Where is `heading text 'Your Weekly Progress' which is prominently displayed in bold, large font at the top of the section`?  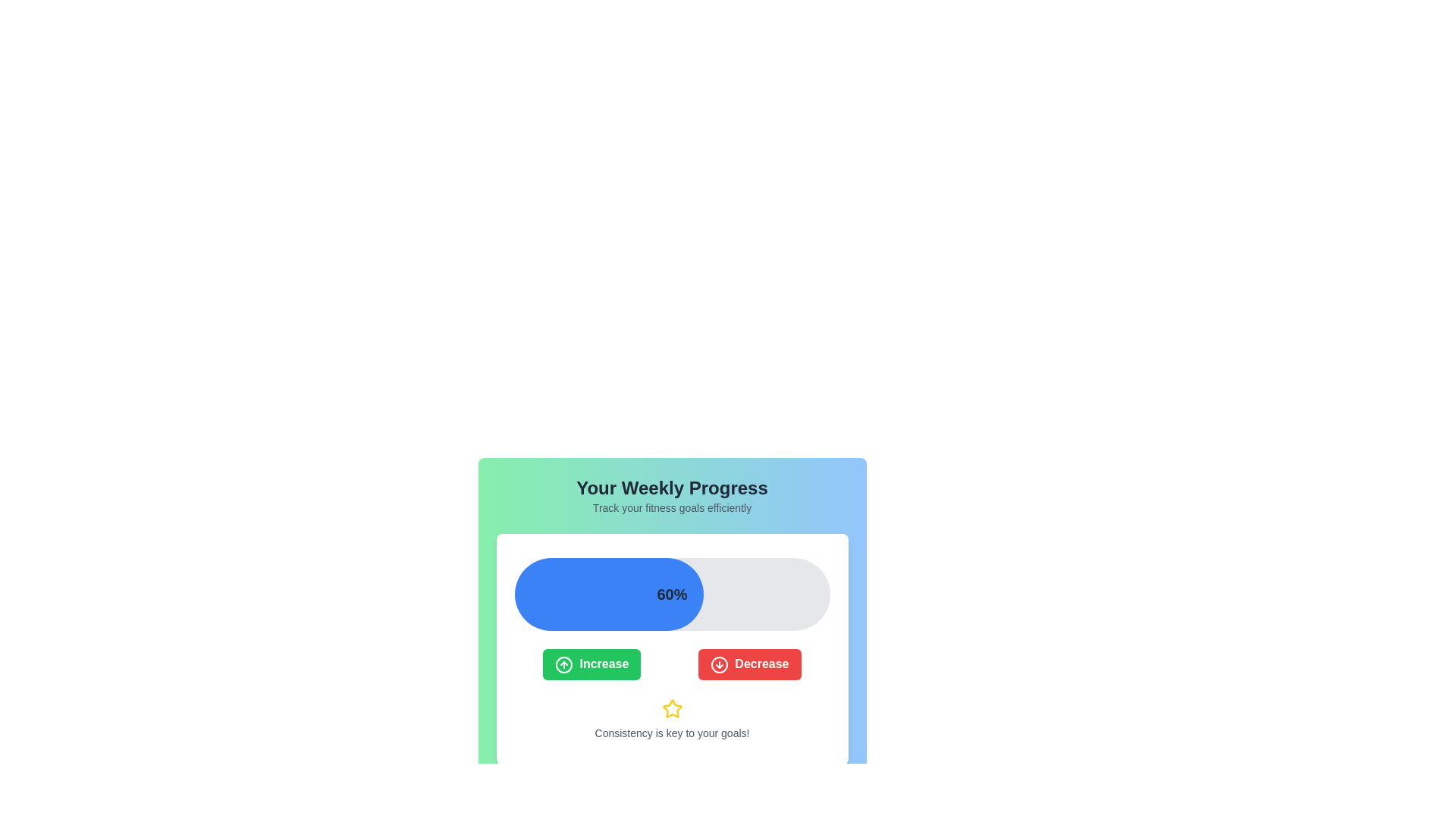 heading text 'Your Weekly Progress' which is prominently displayed in bold, large font at the top of the section is located at coordinates (671, 488).